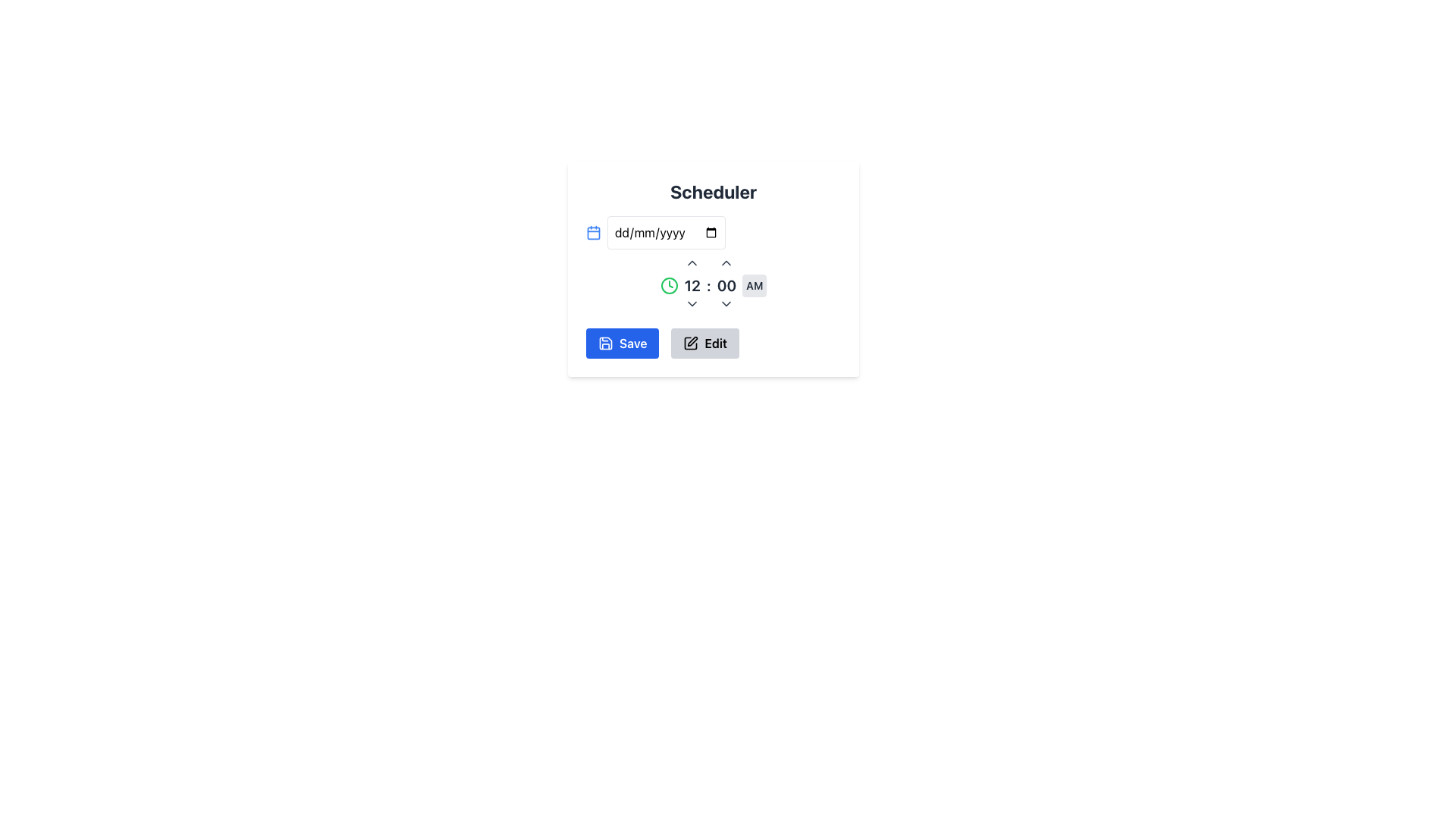  Describe the element at coordinates (692, 262) in the screenshot. I see `the upward chevron button located directly above the '12' numeric indicator to enable keyboard interaction` at that location.